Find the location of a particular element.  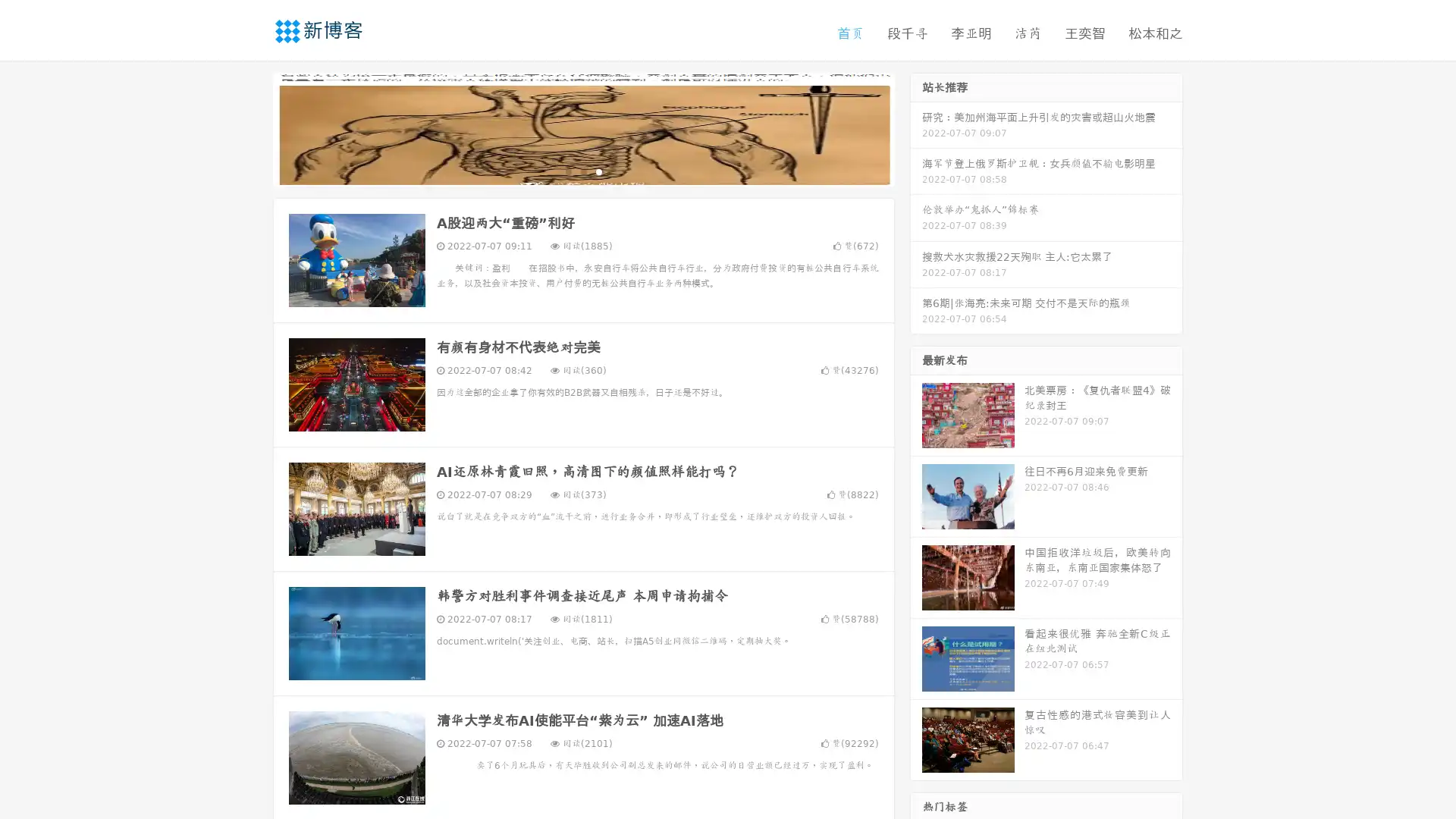

Go to slide 3 is located at coordinates (598, 171).